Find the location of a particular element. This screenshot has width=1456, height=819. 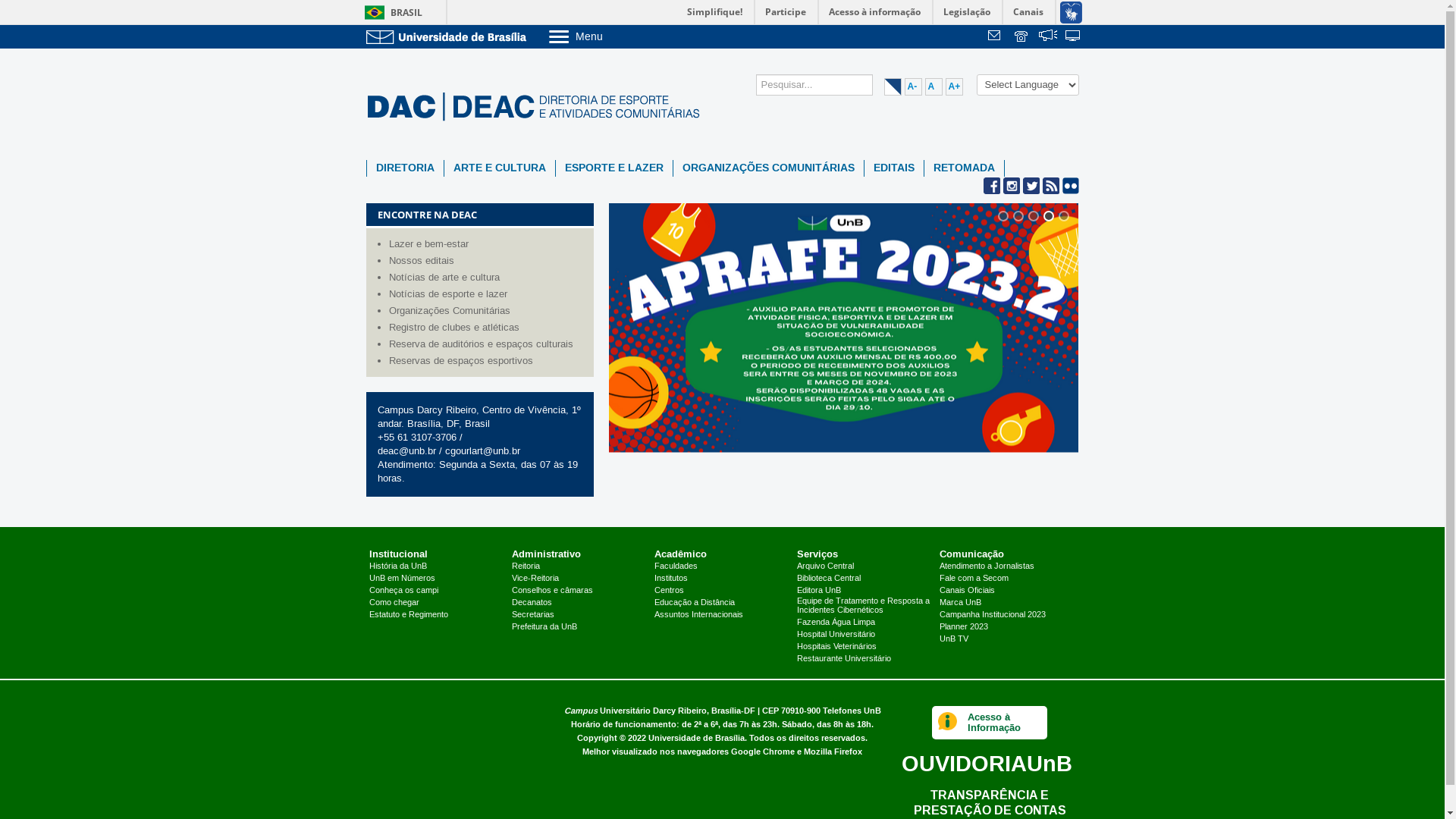

'Reitoria' is located at coordinates (512, 566).